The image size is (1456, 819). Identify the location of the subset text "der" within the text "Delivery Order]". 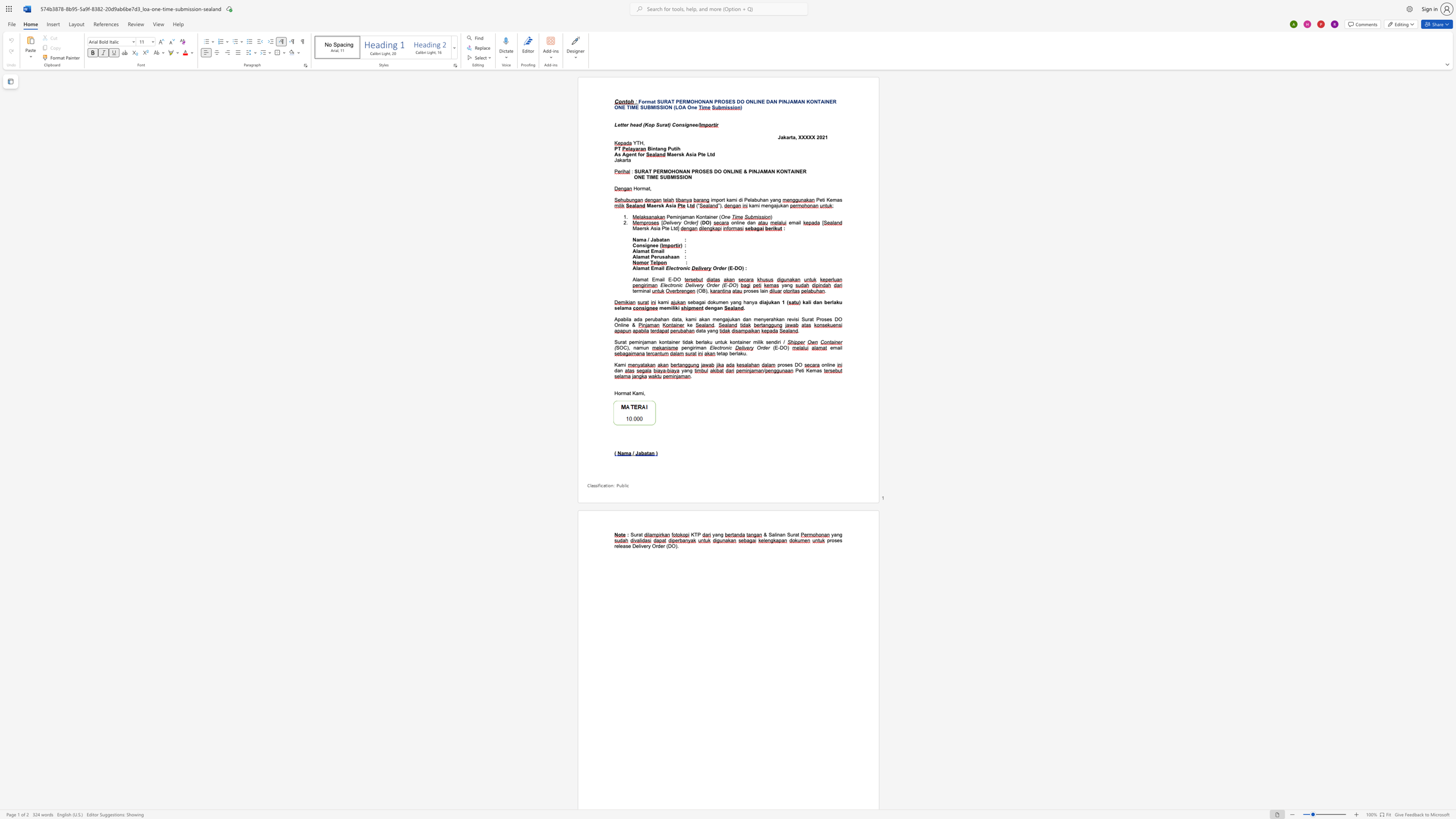
(689, 223).